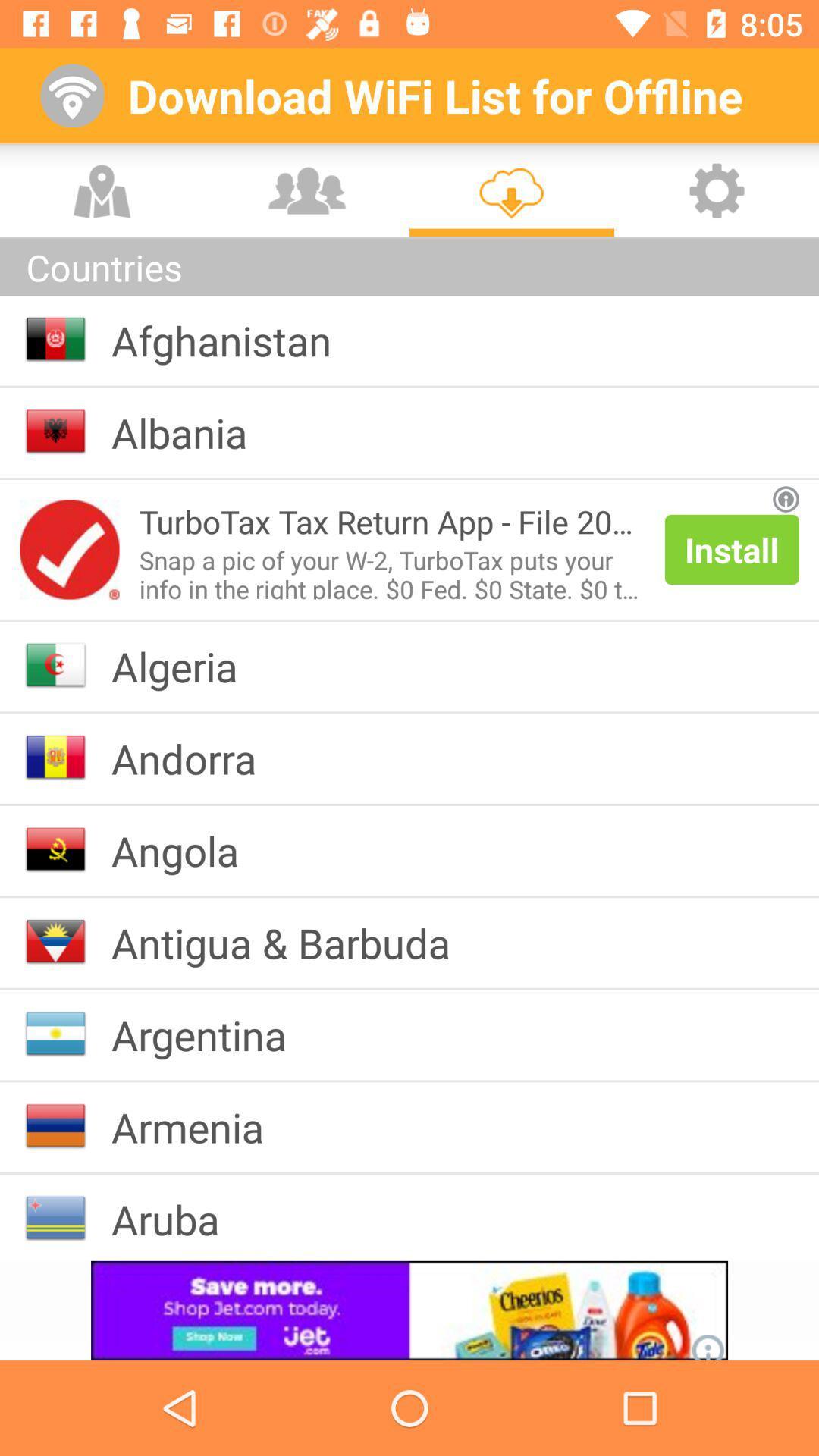  I want to click on item below turbotax tax return, so click(391, 570).